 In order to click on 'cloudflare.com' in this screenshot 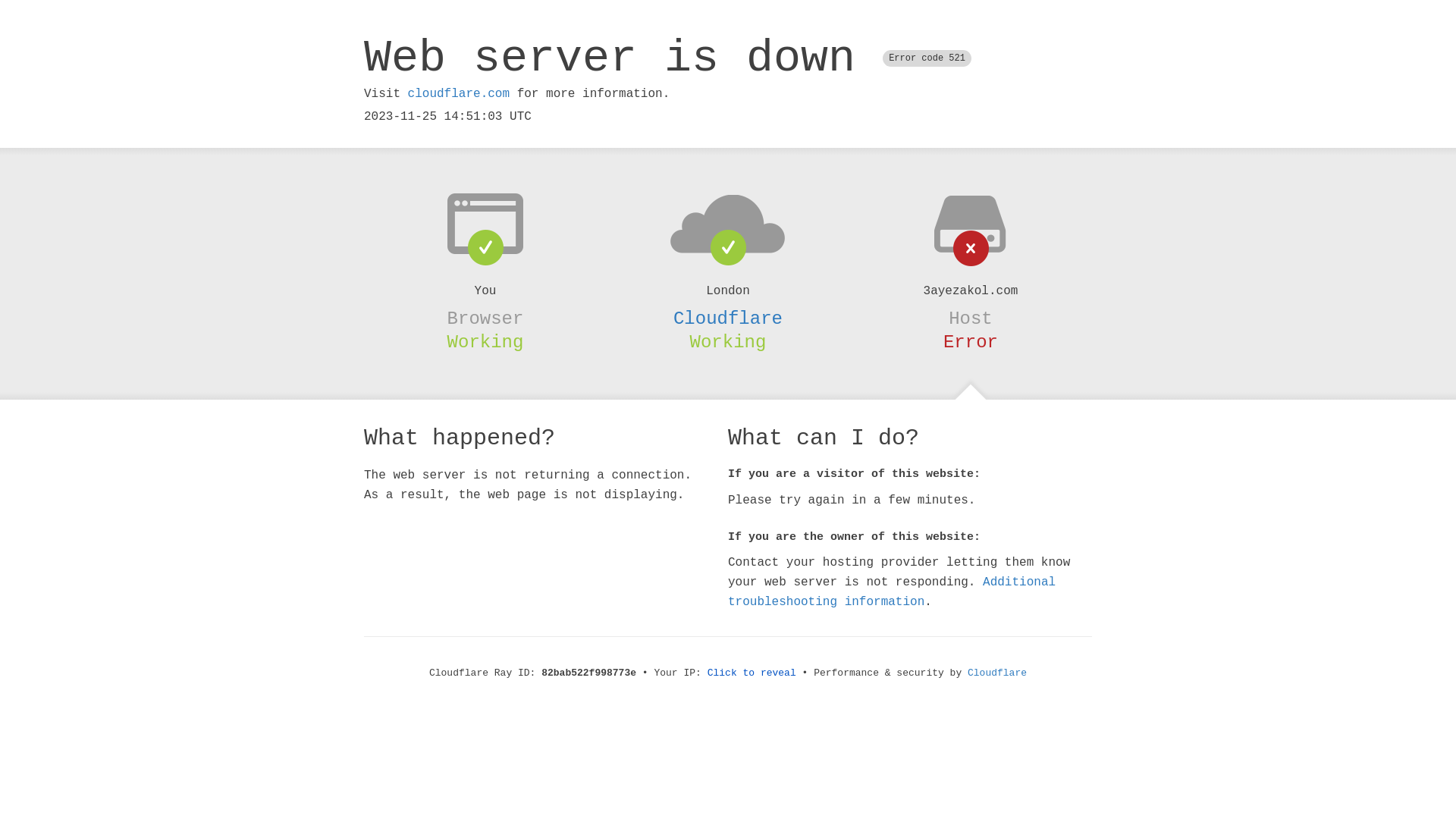, I will do `click(457, 93)`.